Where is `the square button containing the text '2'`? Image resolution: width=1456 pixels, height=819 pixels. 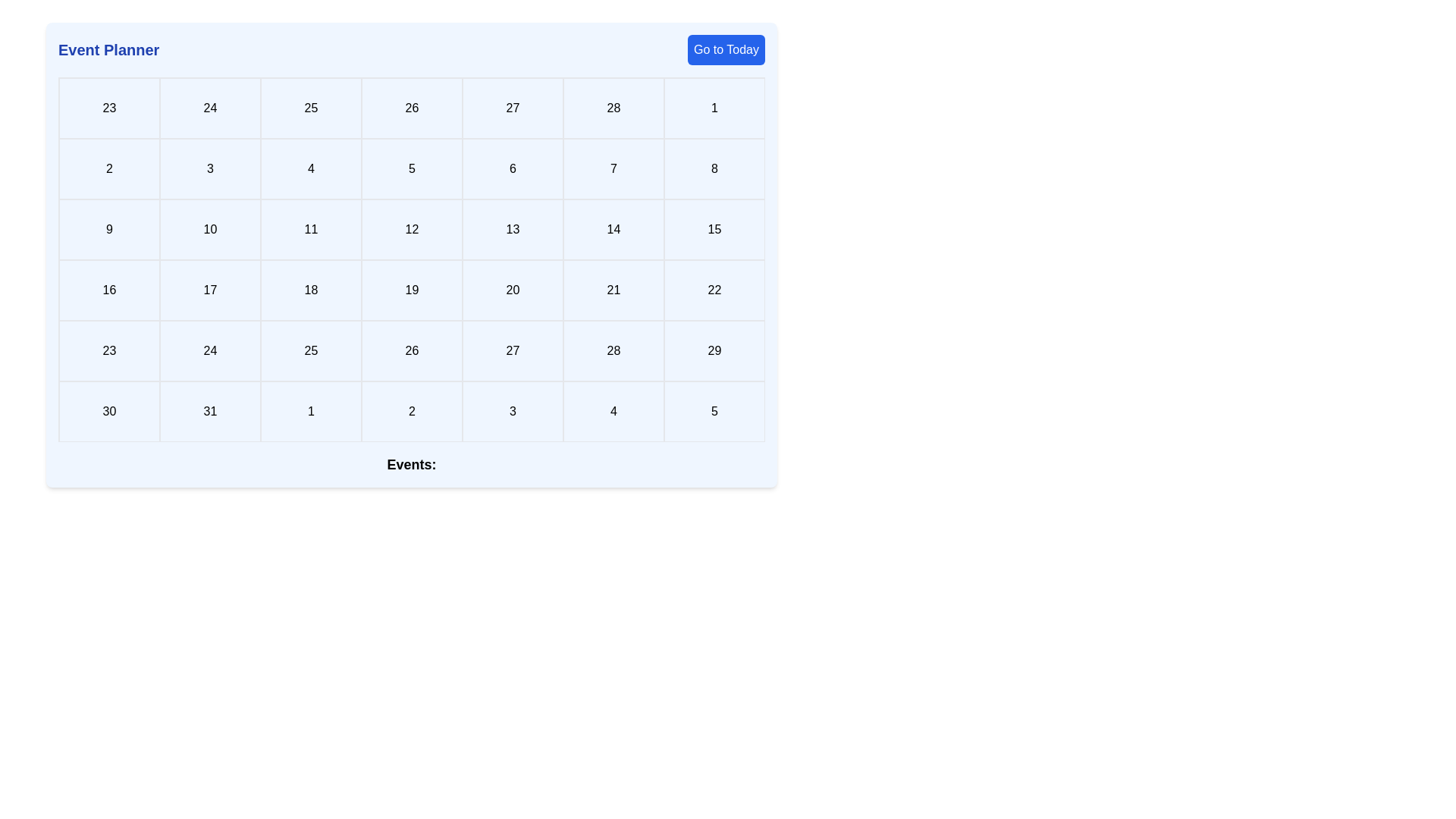
the square button containing the text '2' is located at coordinates (412, 412).